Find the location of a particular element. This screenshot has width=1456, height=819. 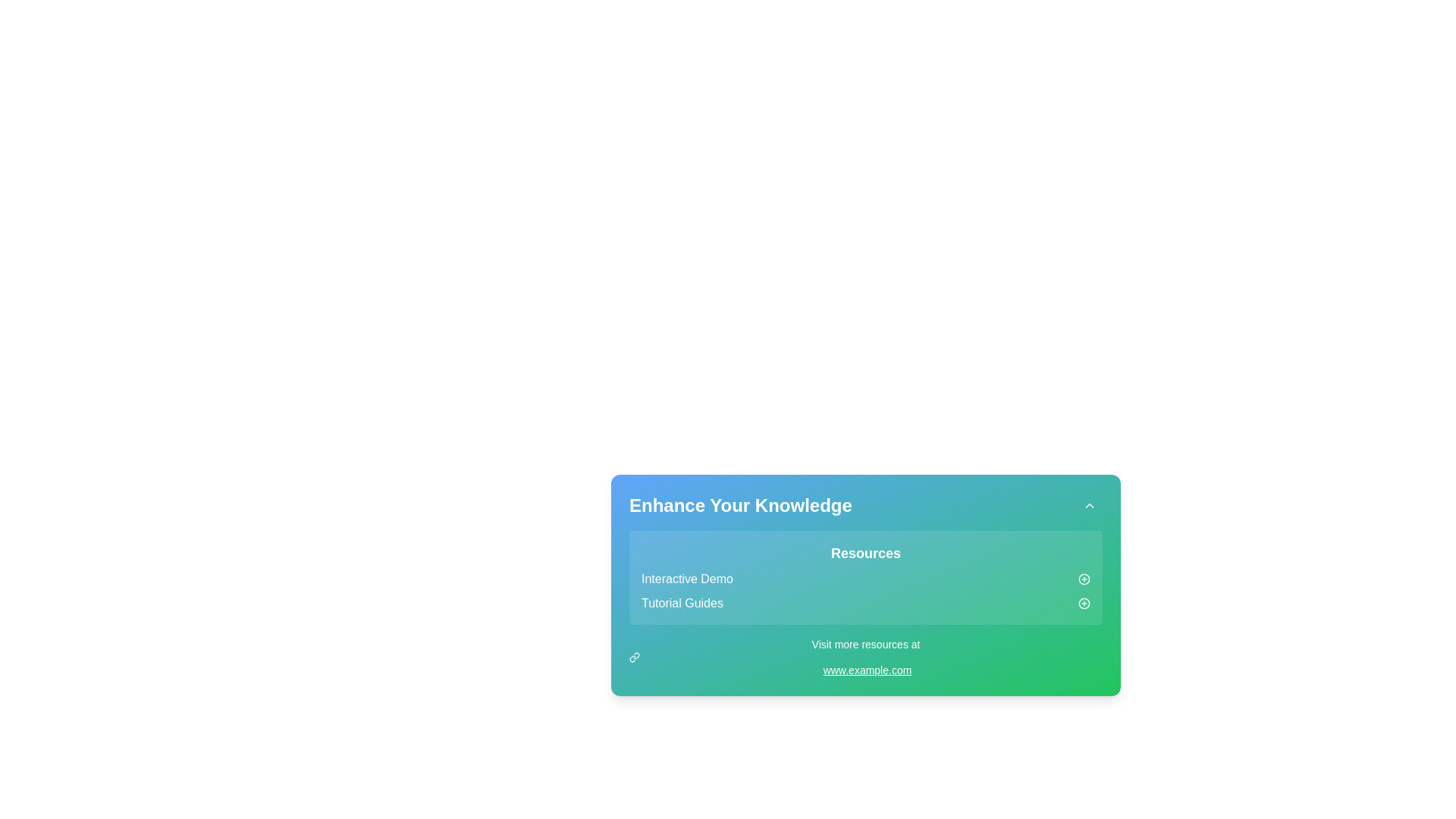

the circle plus icon located on the right side of the 'Tutorial Guides' section is located at coordinates (1084, 602).